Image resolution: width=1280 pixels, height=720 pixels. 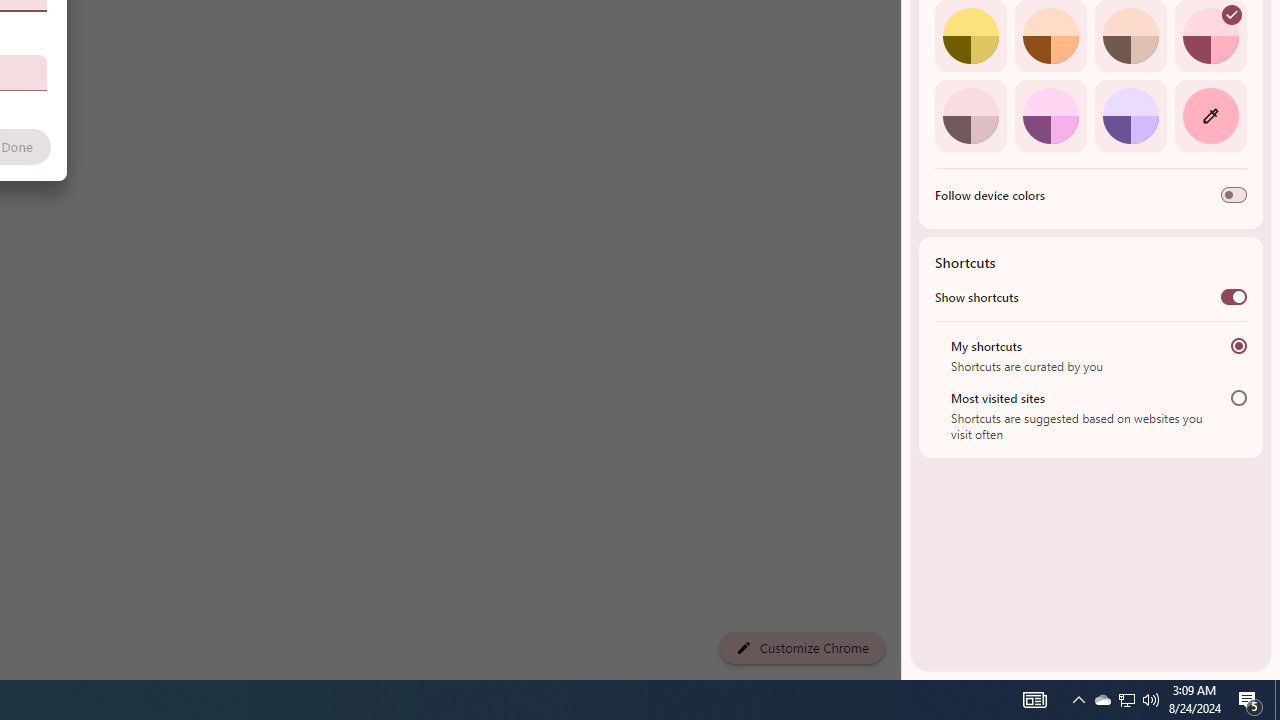 What do you see at coordinates (1049, 36) in the screenshot?
I see `'Orange'` at bounding box center [1049, 36].